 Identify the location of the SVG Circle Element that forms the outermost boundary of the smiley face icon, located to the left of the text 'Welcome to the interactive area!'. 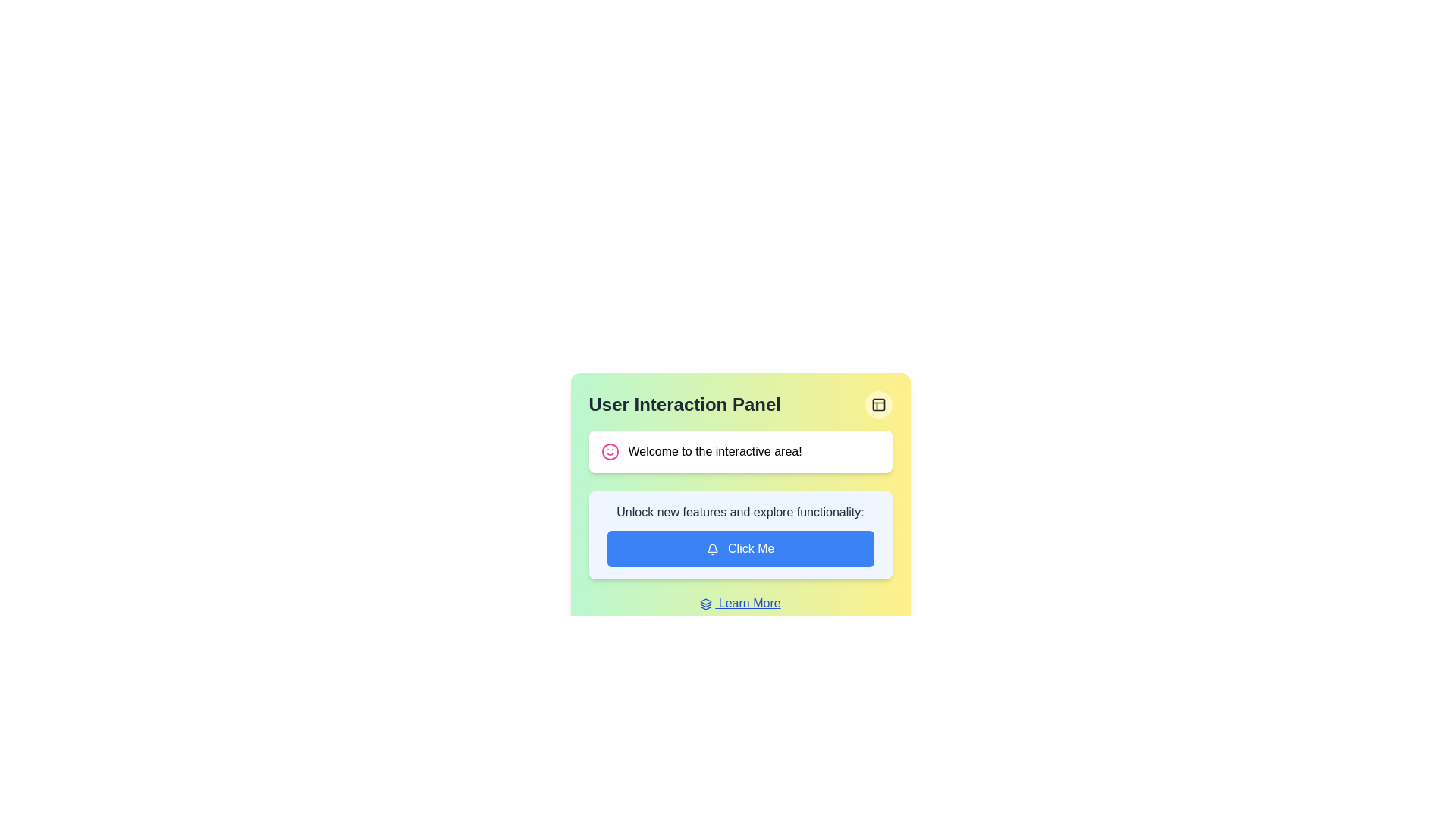
(610, 451).